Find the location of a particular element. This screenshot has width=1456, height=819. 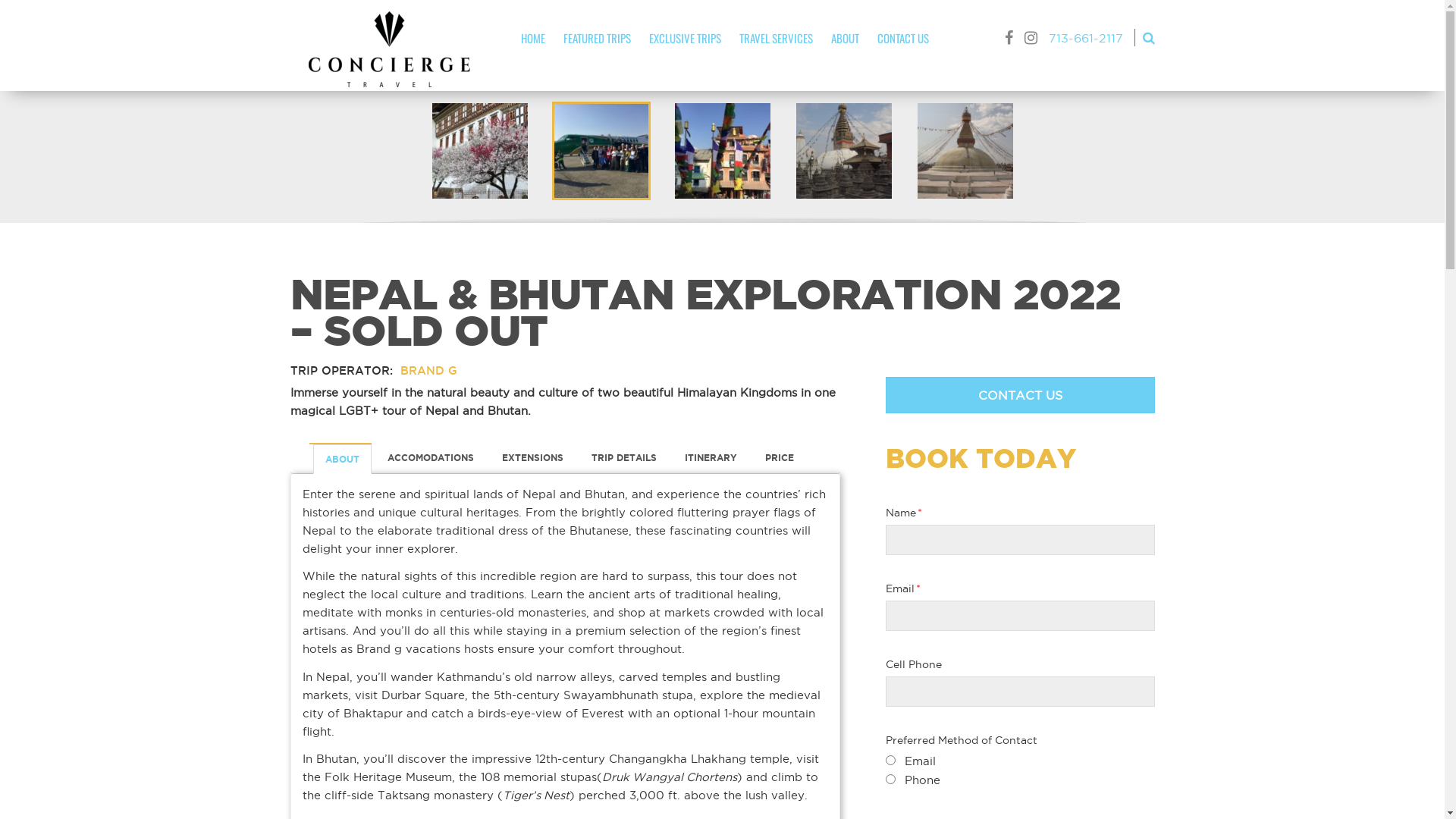

'EXTENSIONS' is located at coordinates (532, 457).